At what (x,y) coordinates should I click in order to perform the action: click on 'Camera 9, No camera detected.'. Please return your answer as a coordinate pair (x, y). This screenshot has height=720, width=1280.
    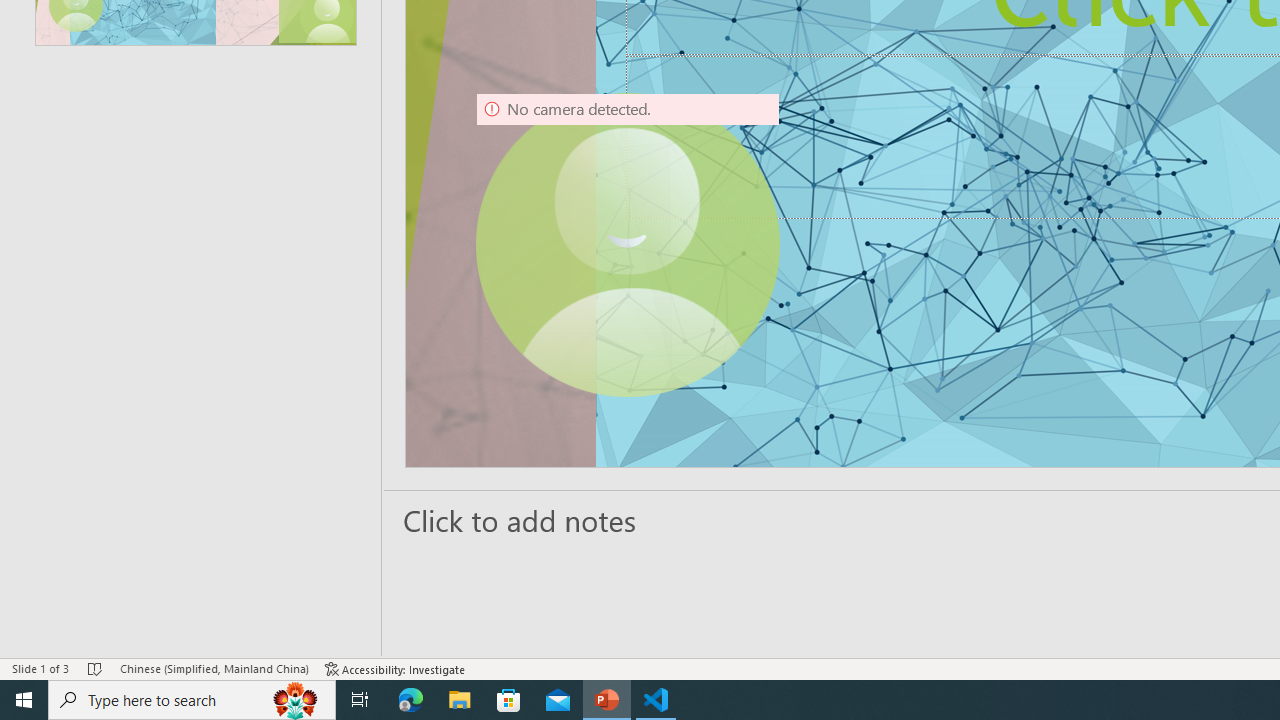
    Looking at the image, I should click on (626, 244).